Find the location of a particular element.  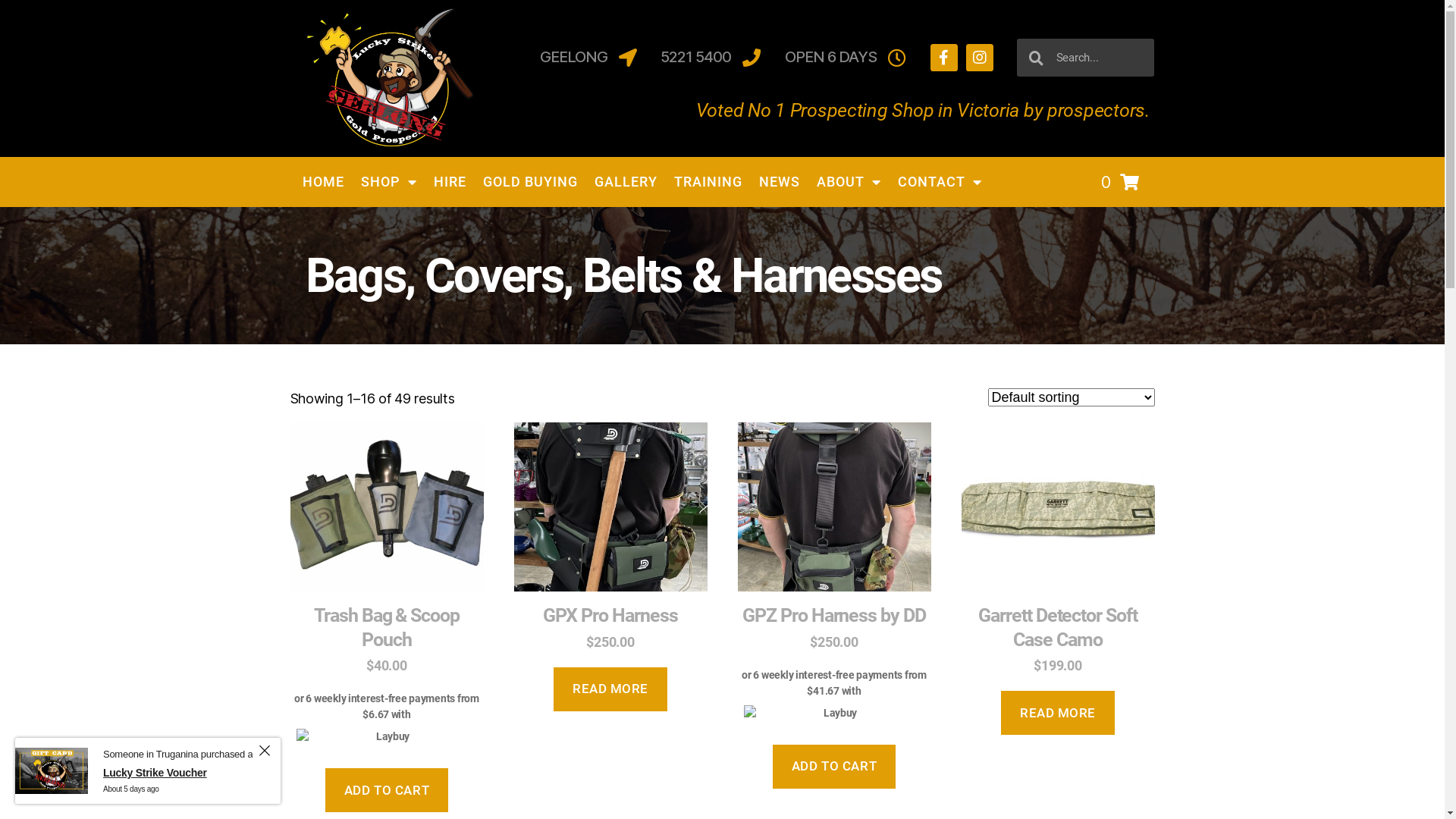

'GALLERY' is located at coordinates (625, 180).